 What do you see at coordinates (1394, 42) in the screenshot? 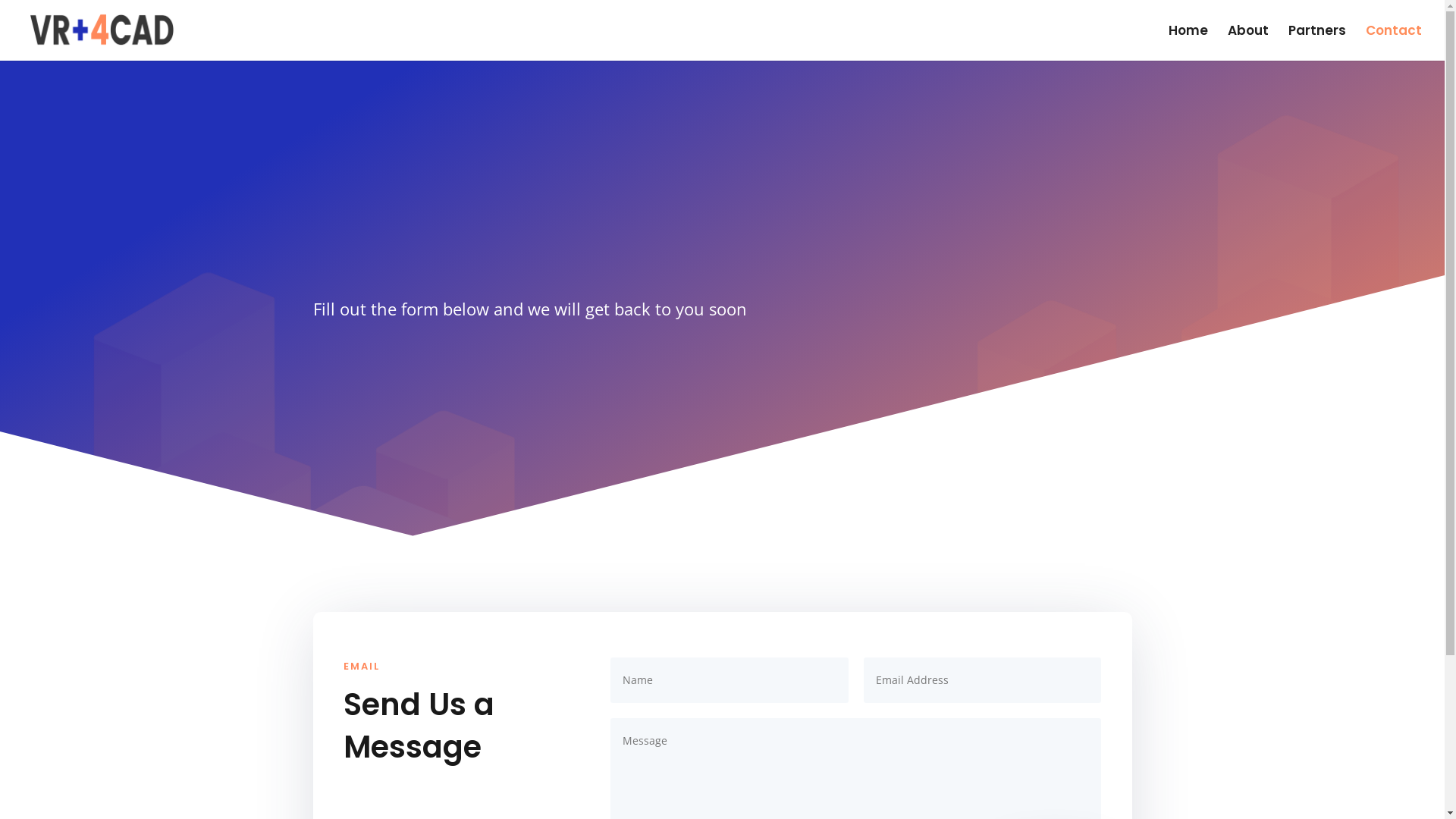
I see `'Contact'` at bounding box center [1394, 42].